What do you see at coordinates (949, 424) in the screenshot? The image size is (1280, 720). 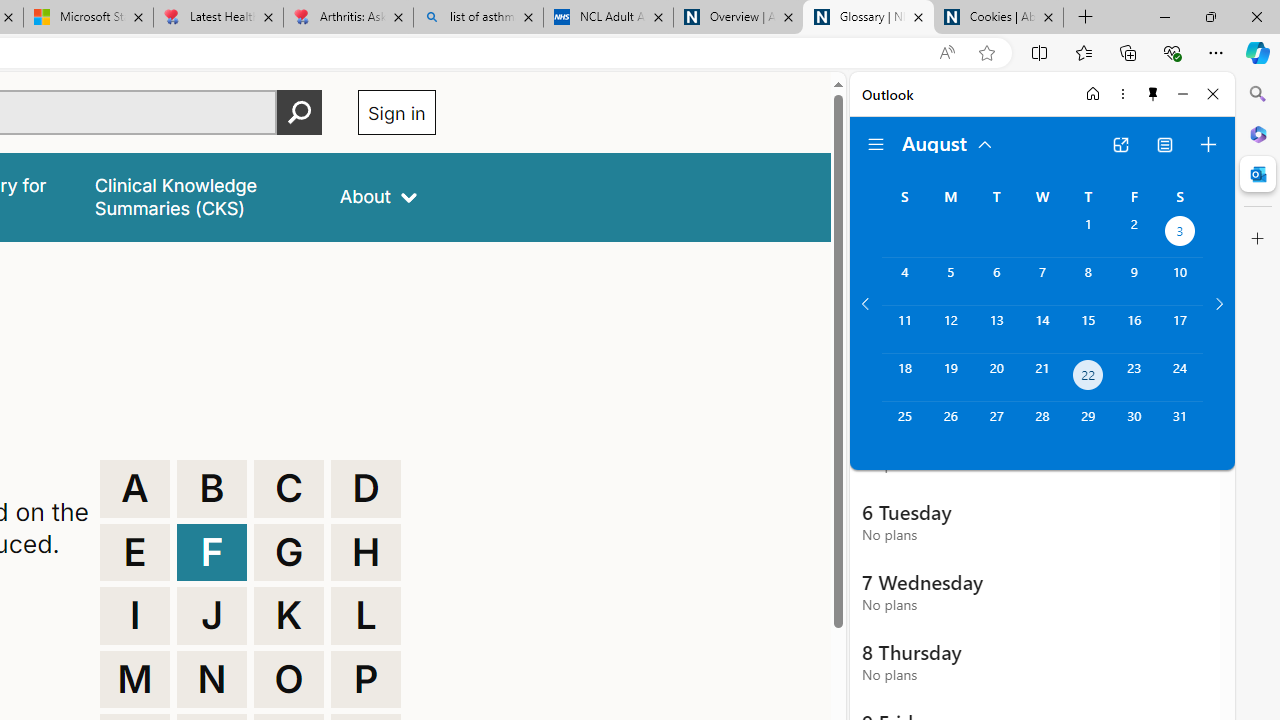 I see `'Monday, August 26, 2024. '` at bounding box center [949, 424].